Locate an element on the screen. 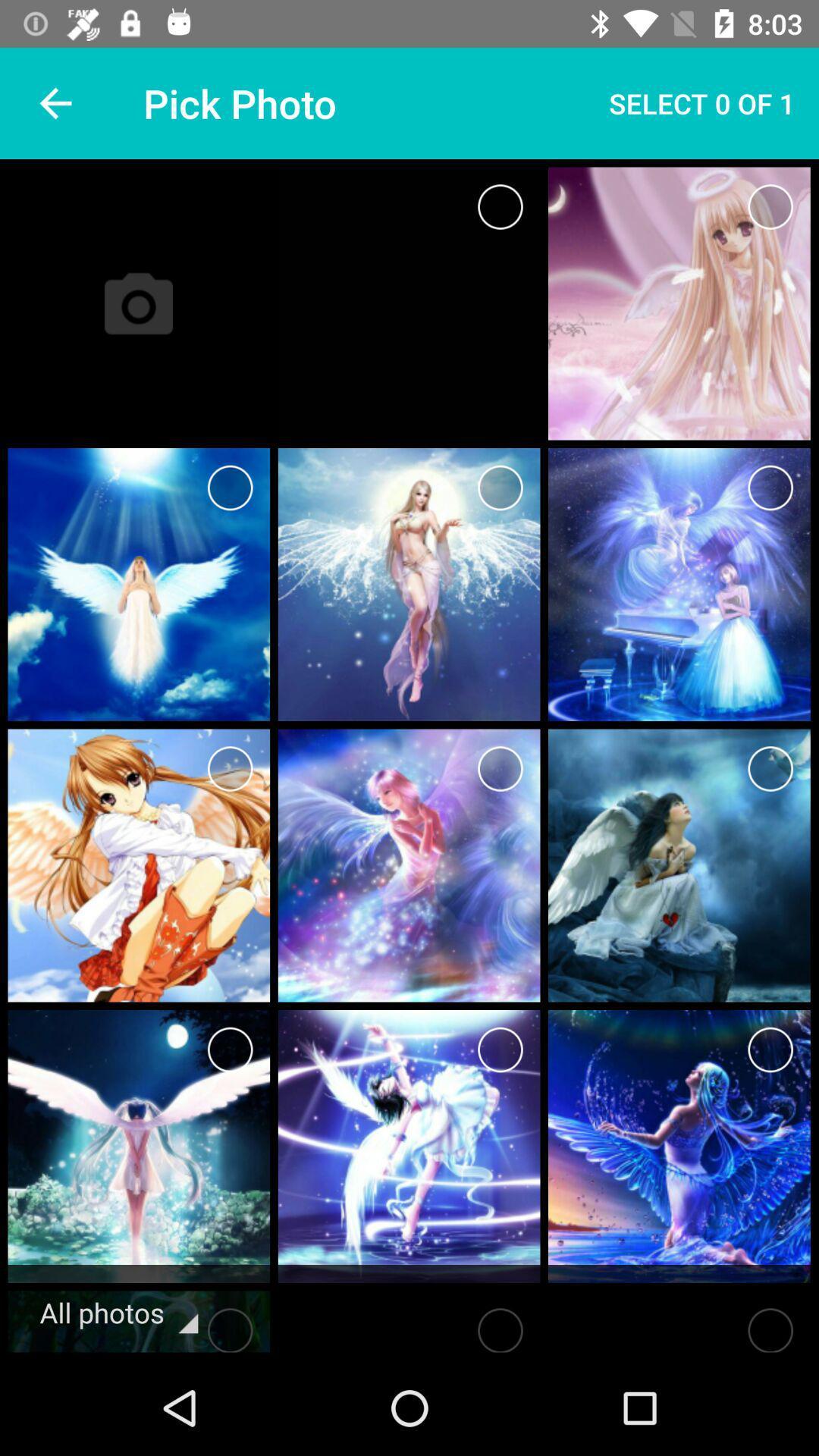  the picture is located at coordinates (770, 206).